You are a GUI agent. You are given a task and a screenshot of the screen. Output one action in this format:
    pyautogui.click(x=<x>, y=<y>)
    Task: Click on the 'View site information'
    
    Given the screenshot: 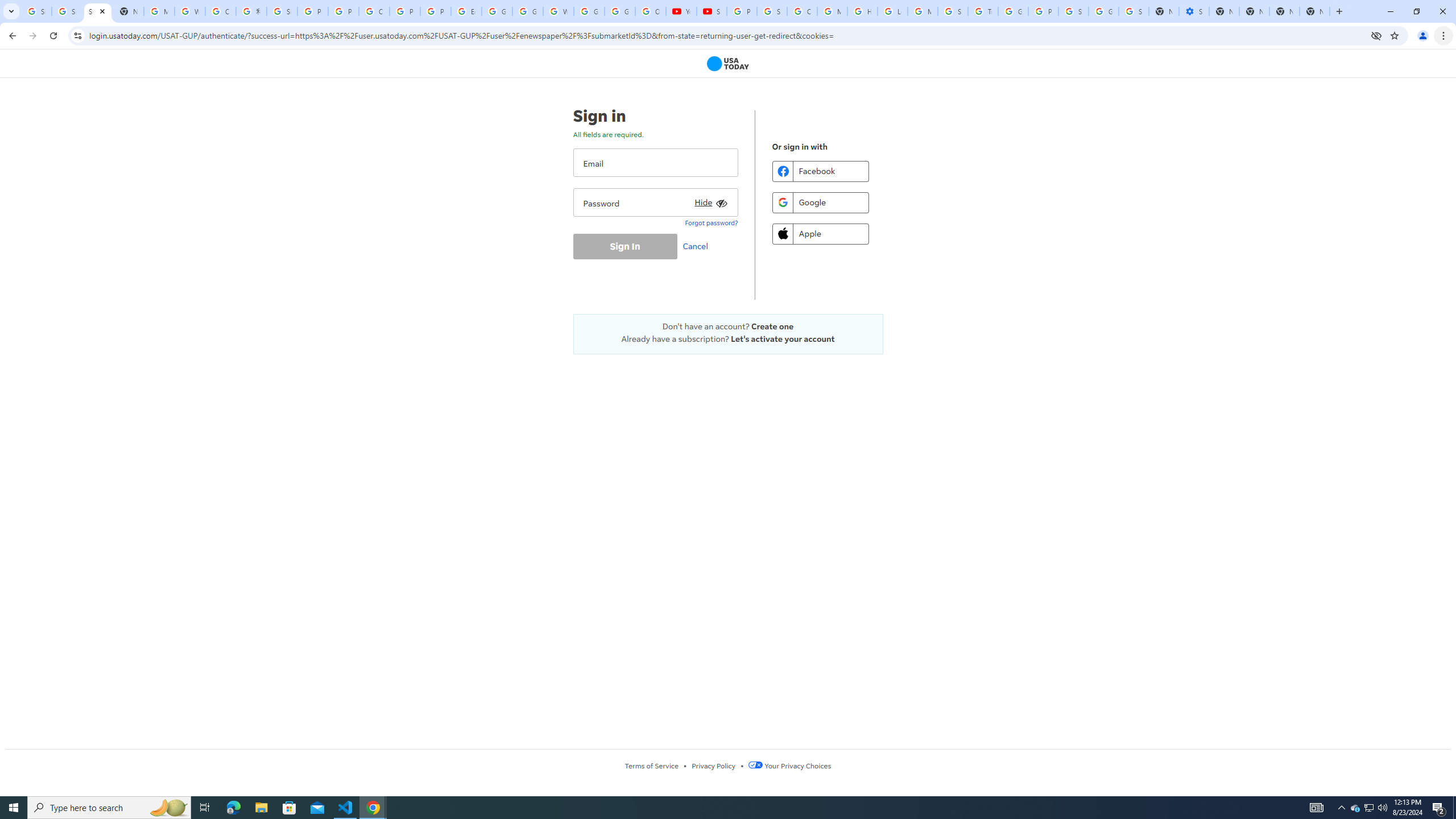 What is the action you would take?
    pyautogui.click(x=77, y=35)
    